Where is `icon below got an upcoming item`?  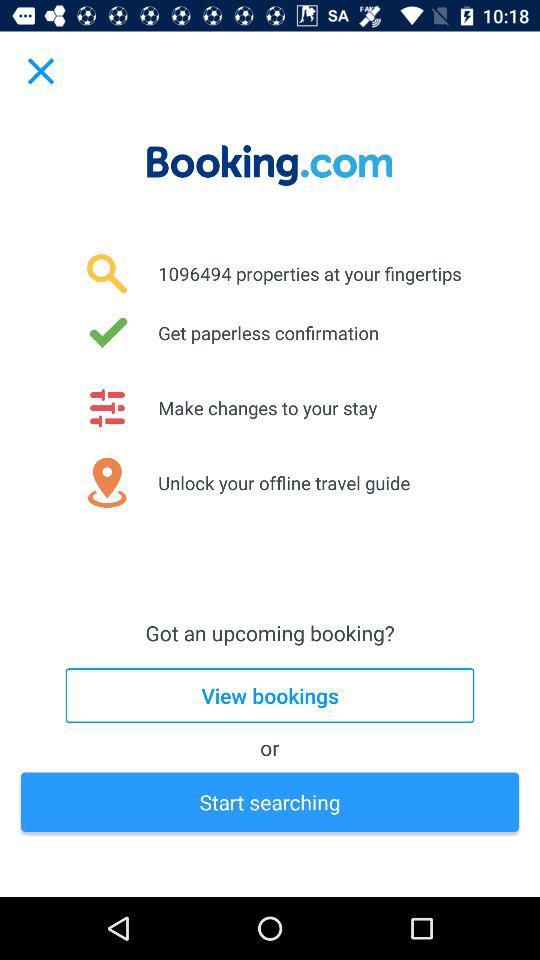
icon below got an upcoming item is located at coordinates (270, 695).